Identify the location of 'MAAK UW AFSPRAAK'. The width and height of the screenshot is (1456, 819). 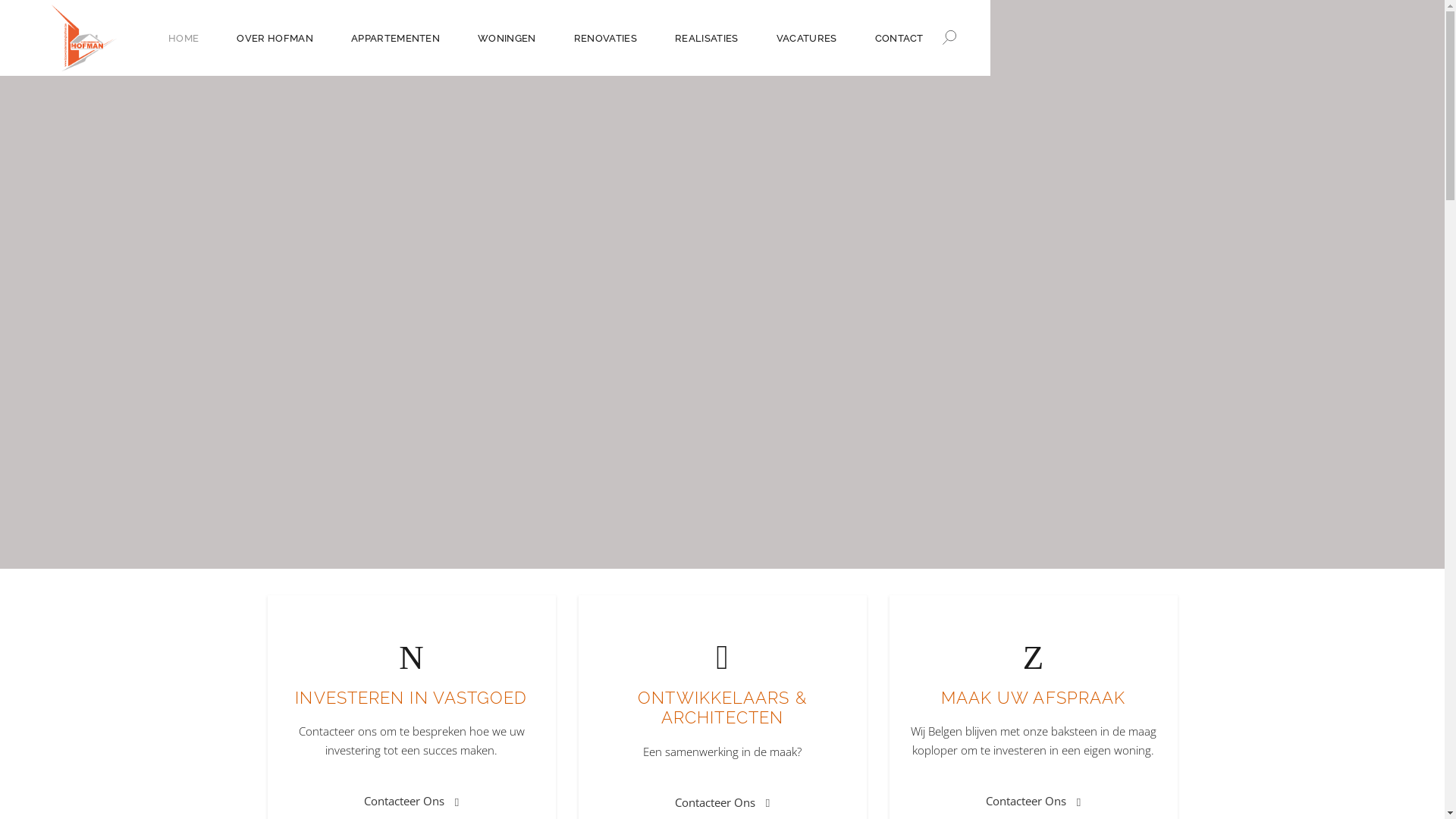
(940, 698).